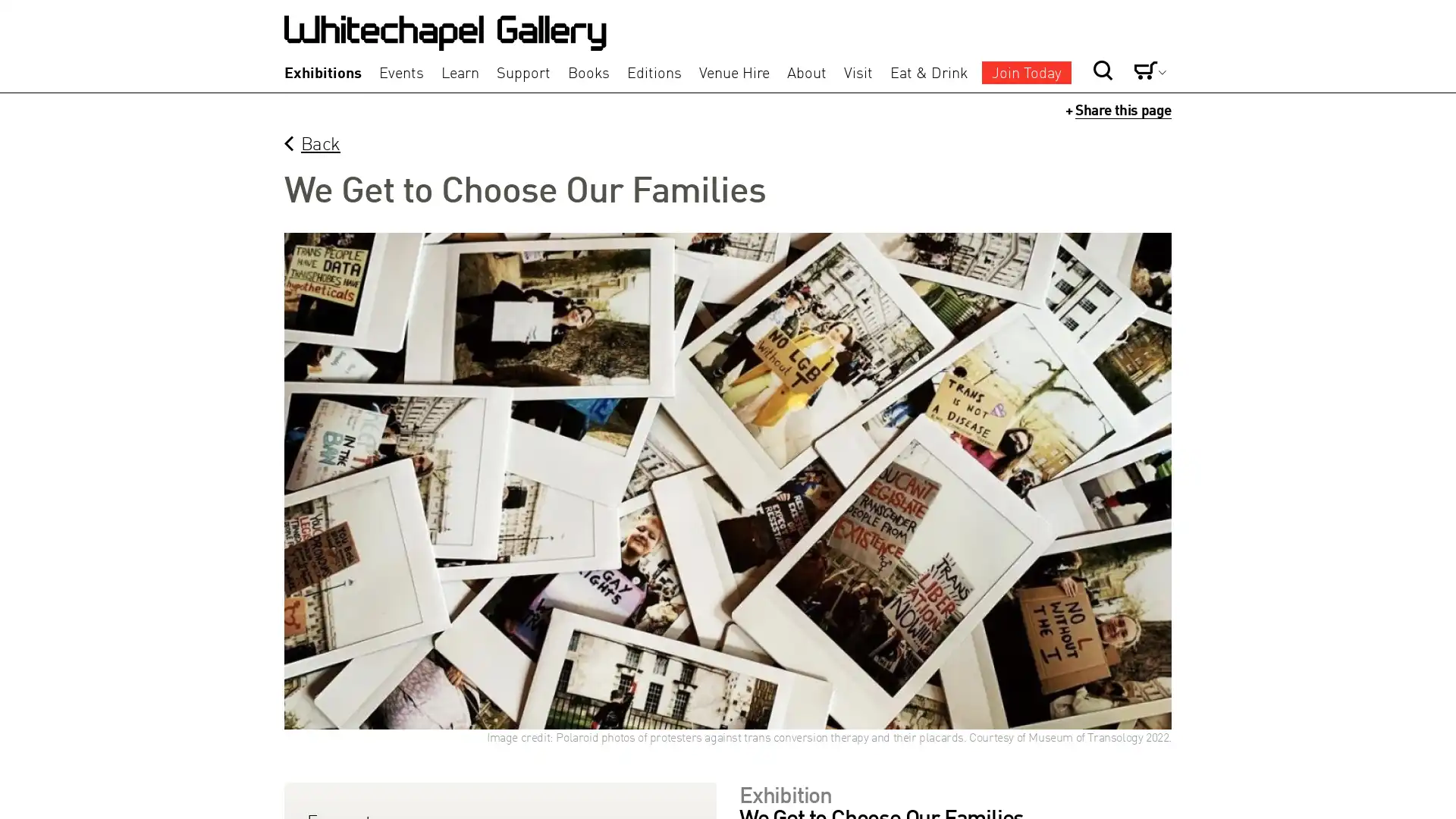  Describe the element at coordinates (1051, 44) in the screenshot. I see `Go` at that location.